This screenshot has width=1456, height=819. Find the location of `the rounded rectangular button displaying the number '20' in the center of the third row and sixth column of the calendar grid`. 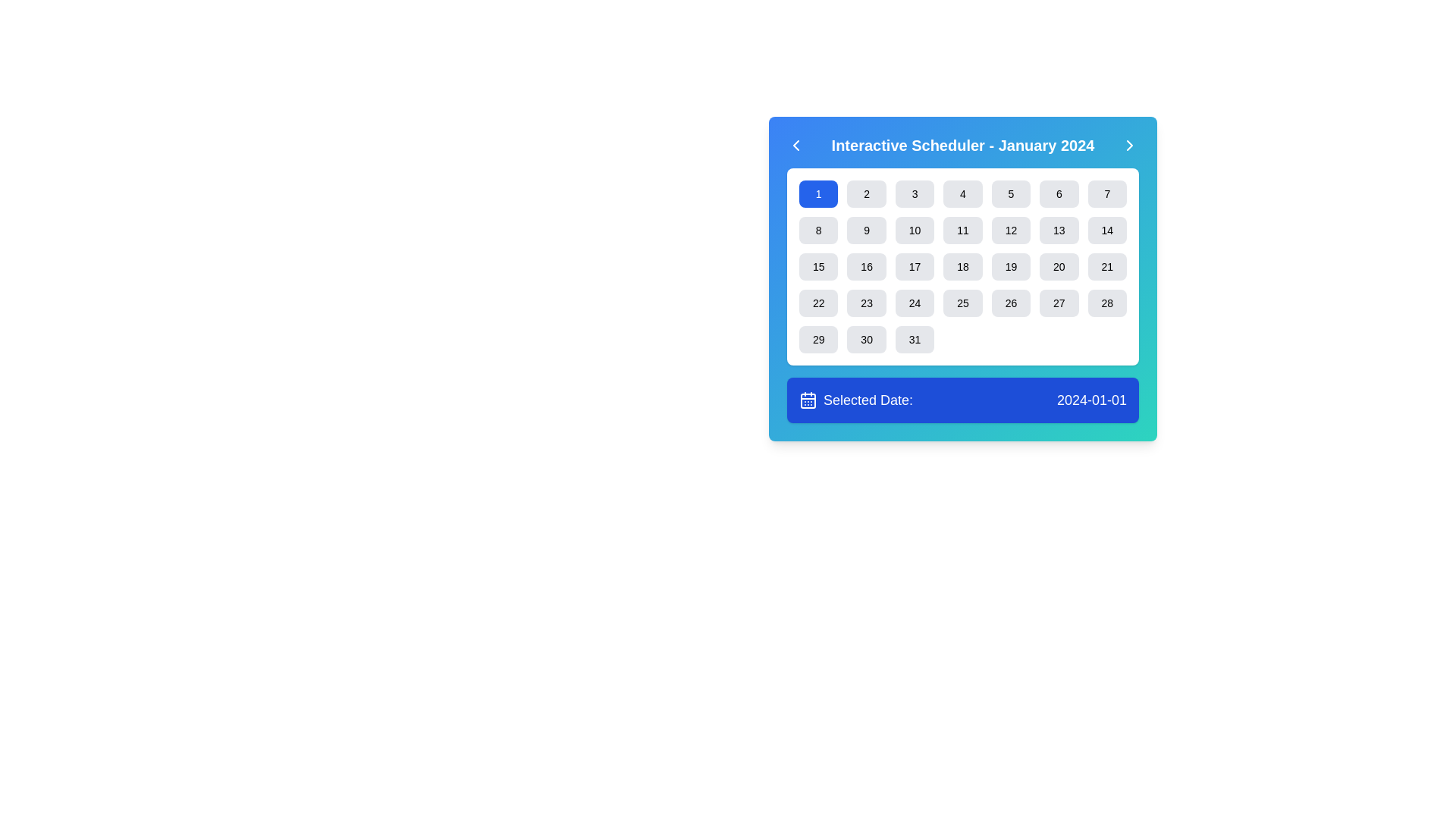

the rounded rectangular button displaying the number '20' in the center of the third row and sixth column of the calendar grid is located at coordinates (1058, 265).